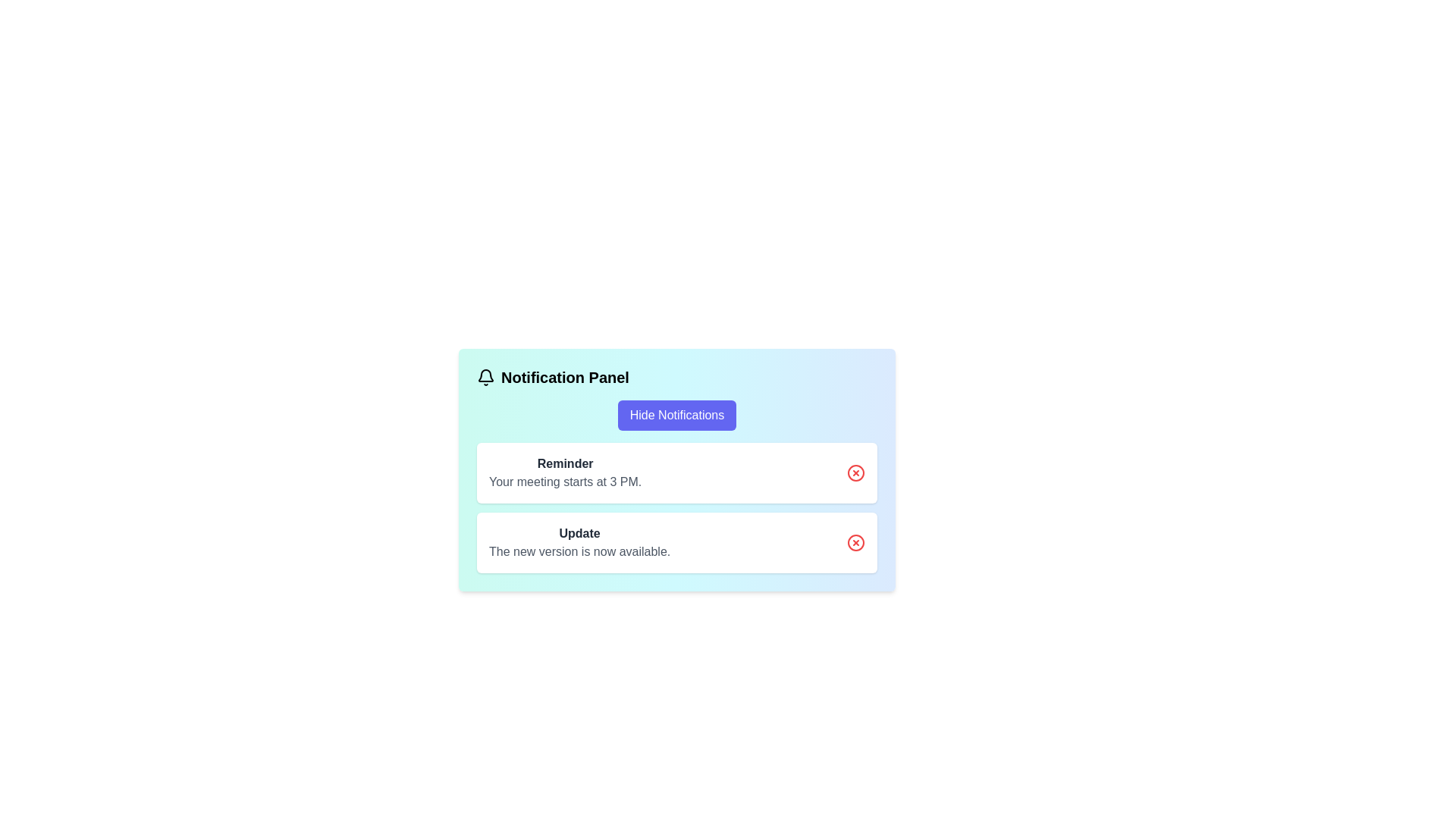  Describe the element at coordinates (855, 472) in the screenshot. I see `the outer circular boundary of the close button located in the top-right corner of the 'Reminder' notification card` at that location.